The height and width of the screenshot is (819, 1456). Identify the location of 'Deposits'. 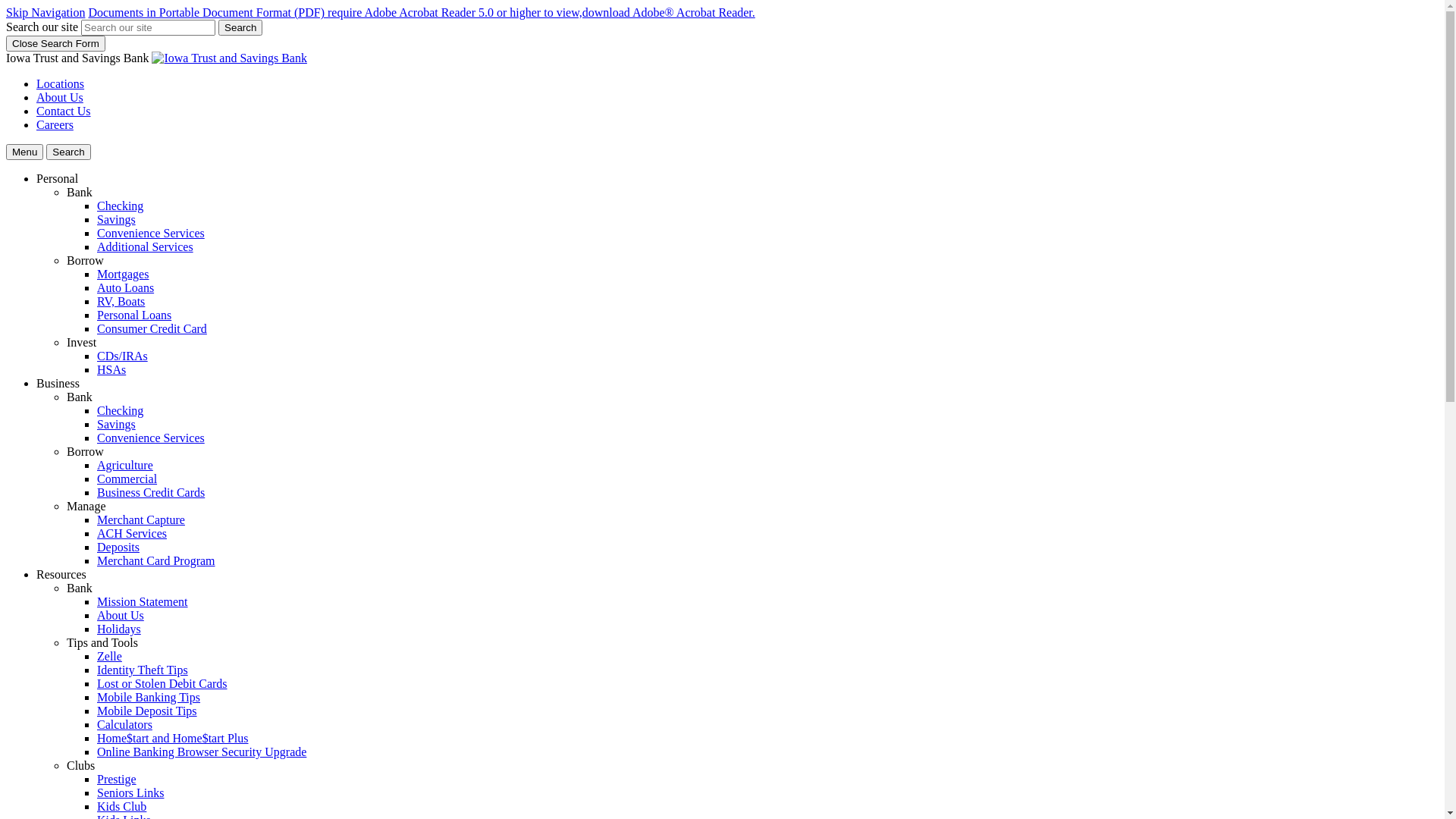
(118, 547).